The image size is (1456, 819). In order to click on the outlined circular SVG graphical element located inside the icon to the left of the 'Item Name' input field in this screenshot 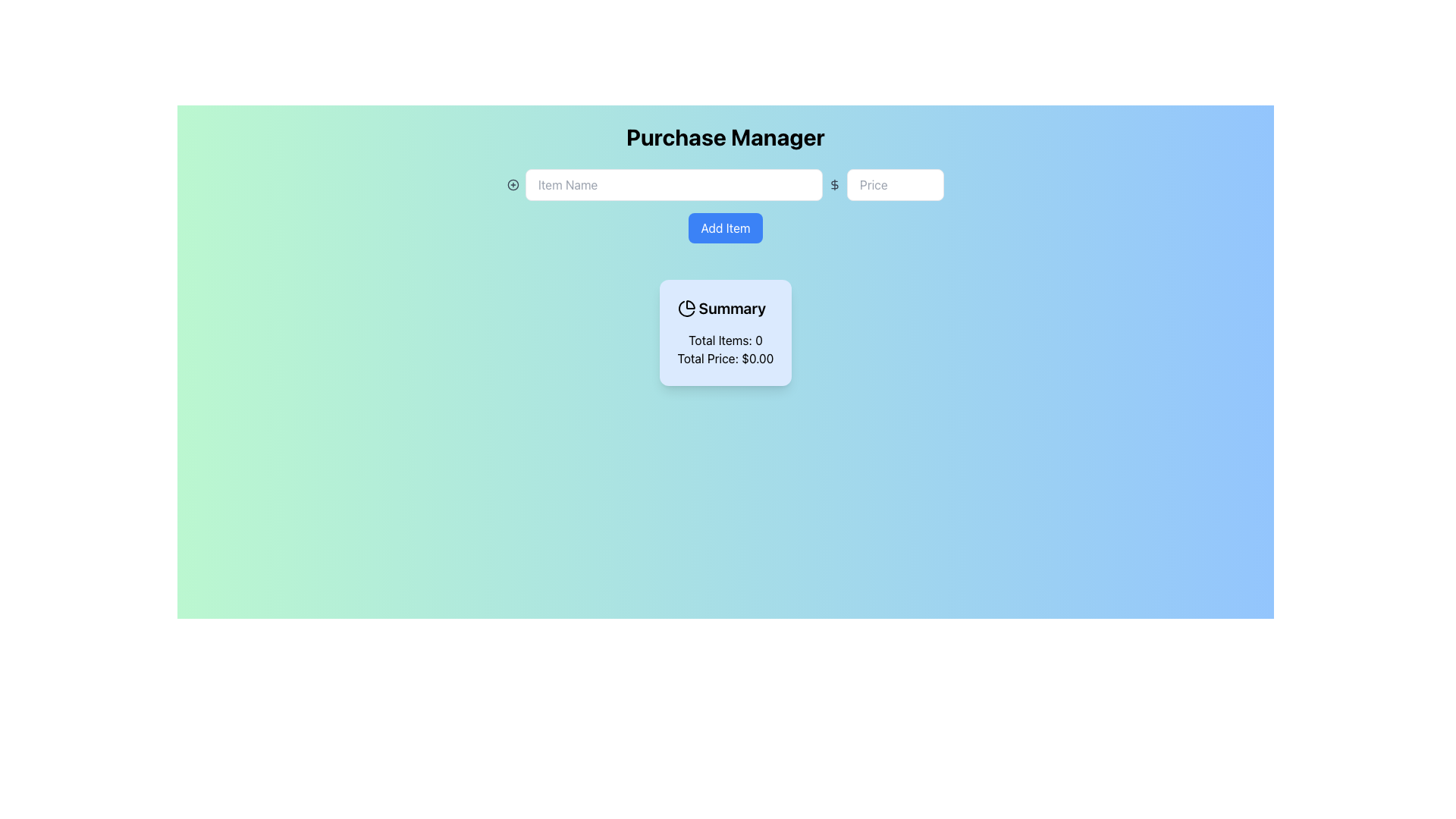, I will do `click(513, 184)`.